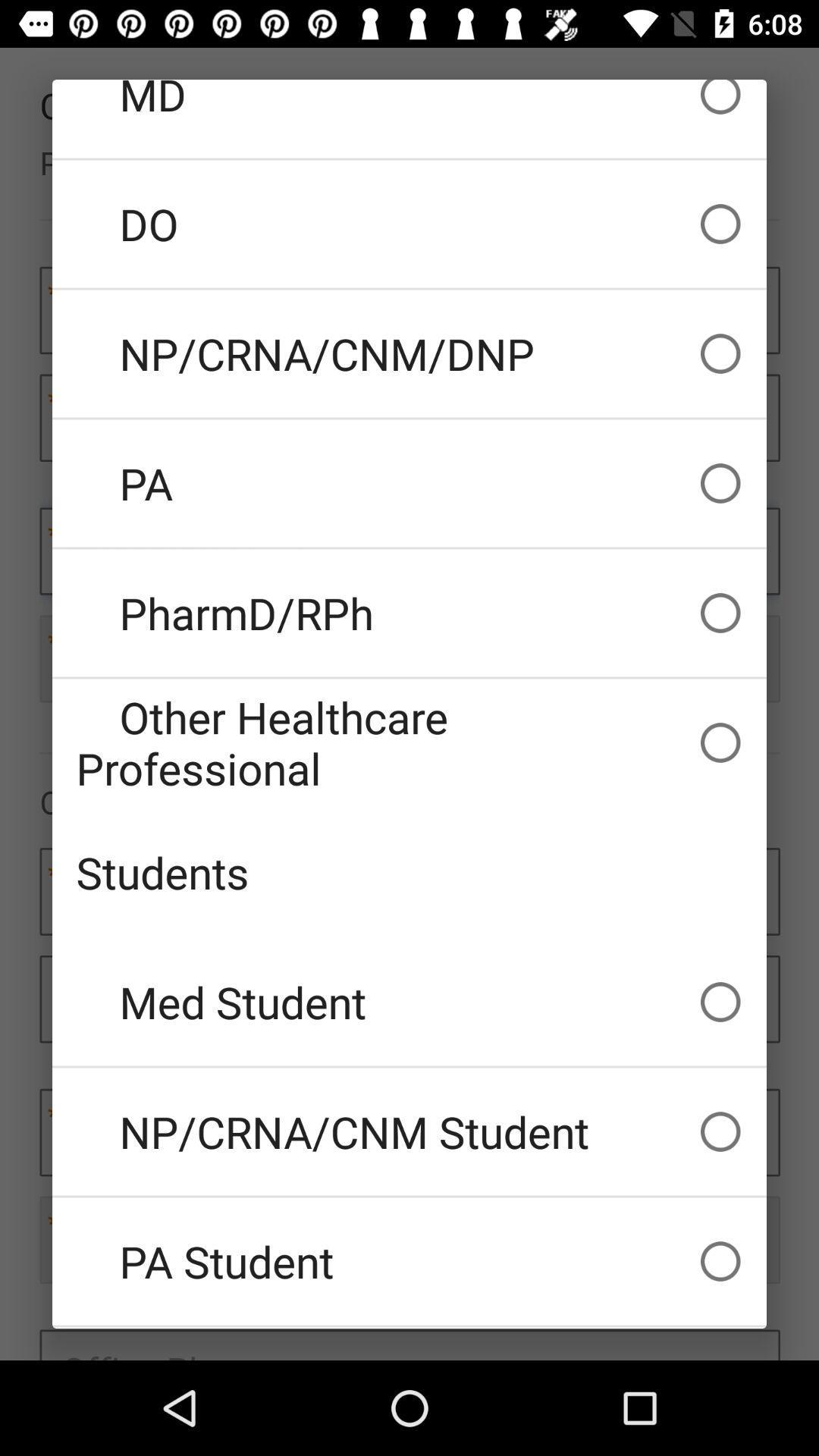 The image size is (819, 1456). Describe the element at coordinates (409, 742) in the screenshot. I see `icon above students icon` at that location.